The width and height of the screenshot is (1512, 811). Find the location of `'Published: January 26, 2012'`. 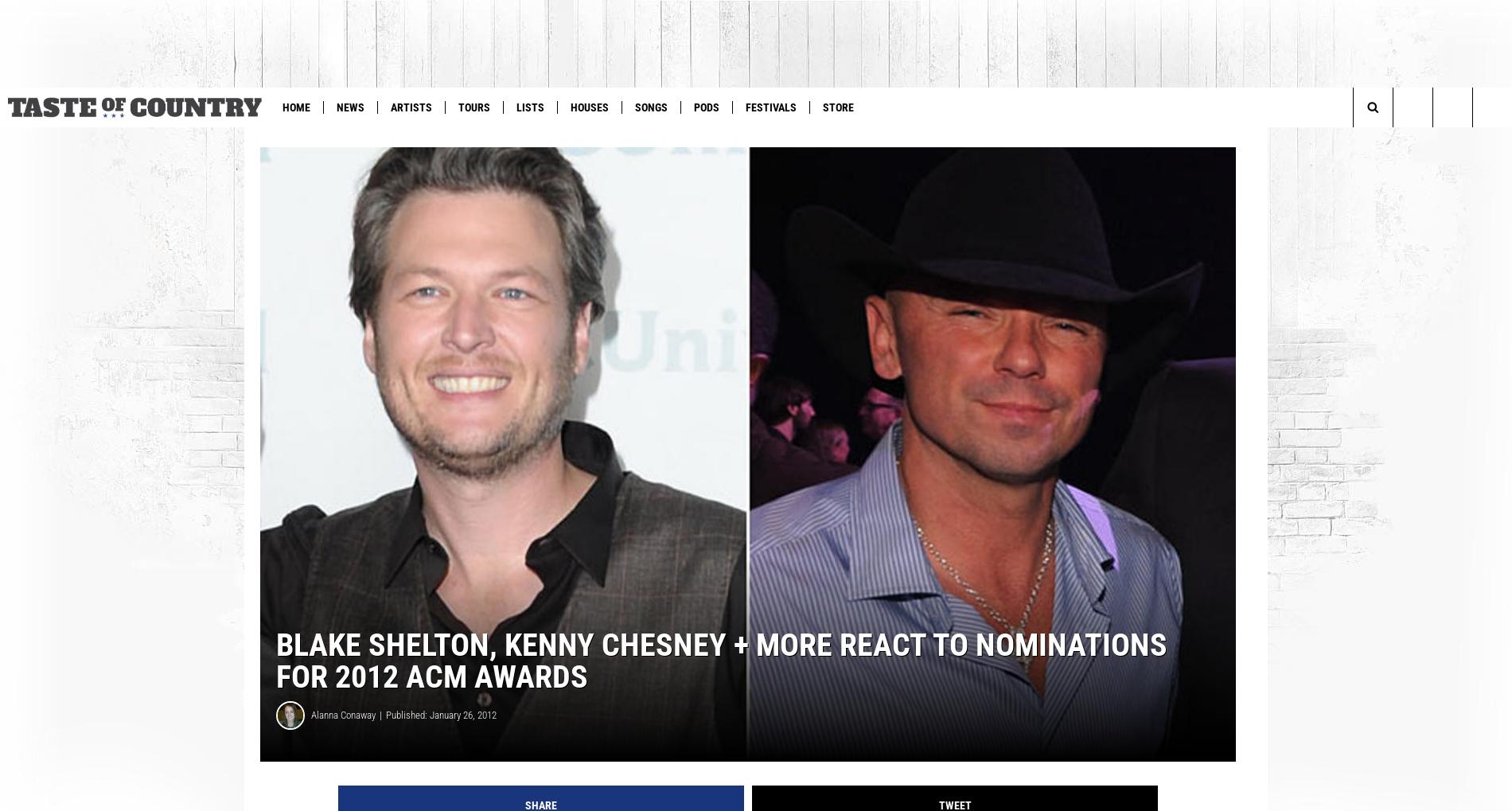

'Published: January 26, 2012' is located at coordinates (441, 739).